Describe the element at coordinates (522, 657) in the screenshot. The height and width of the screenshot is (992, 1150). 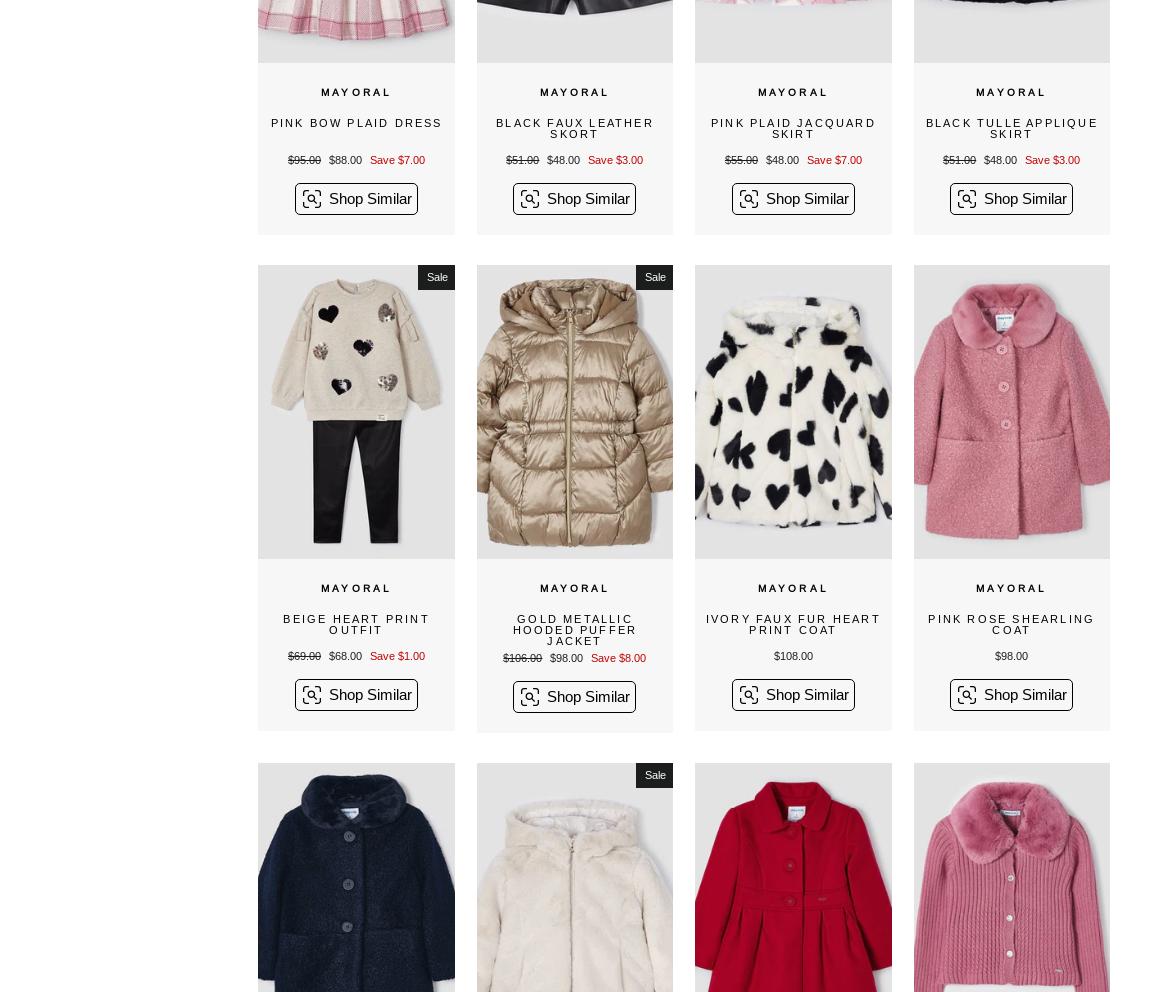
I see `'$106.00'` at that location.